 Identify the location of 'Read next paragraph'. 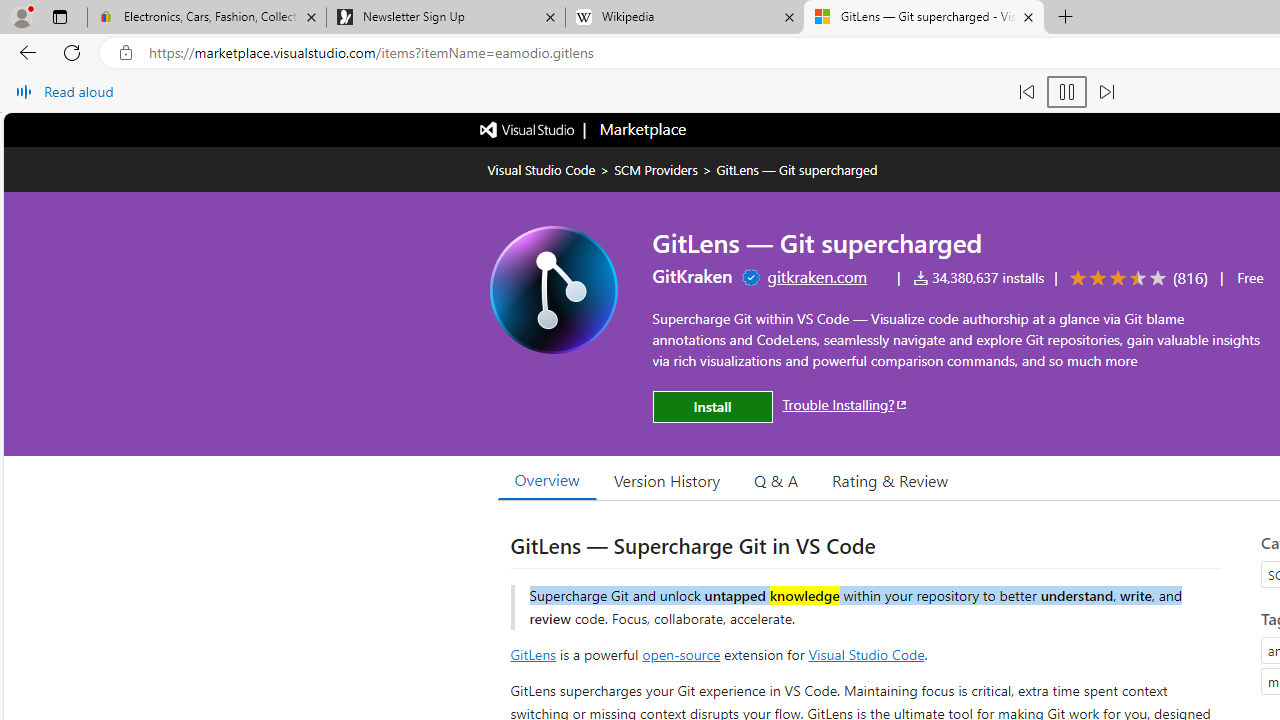
(1104, 92).